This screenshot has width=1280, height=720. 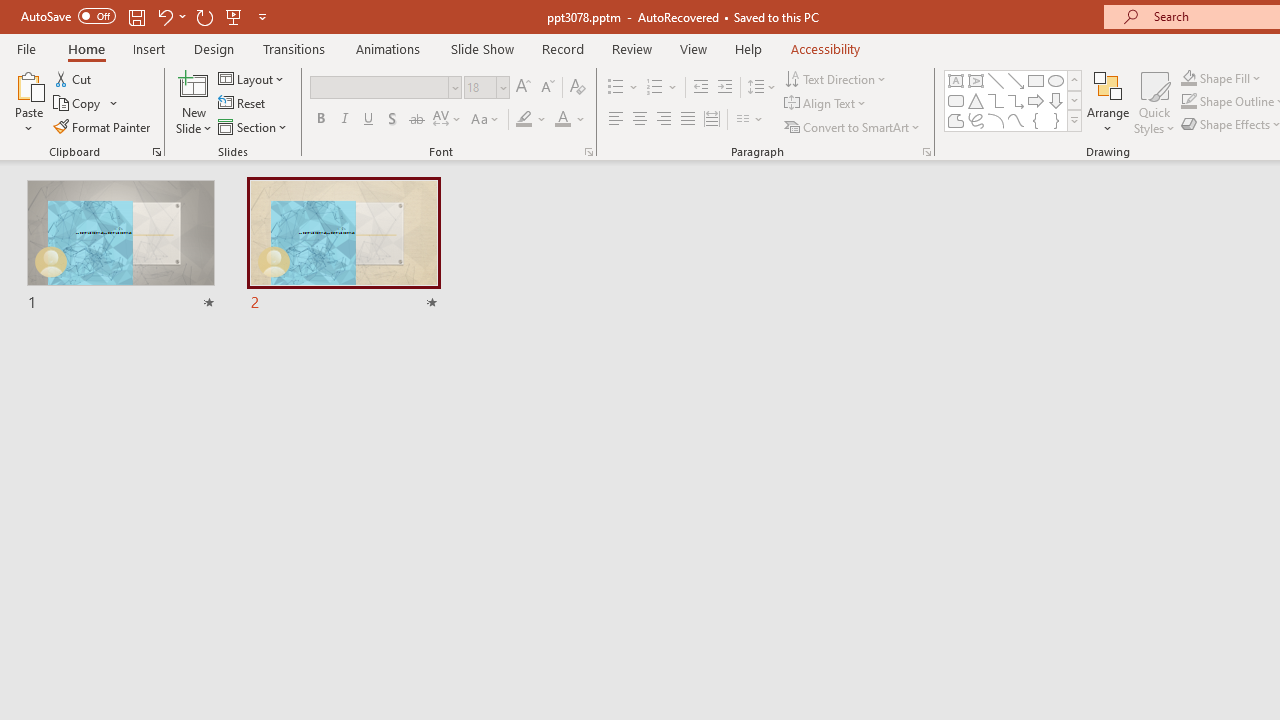 I want to click on 'Convert to SmartArt', so click(x=853, y=127).